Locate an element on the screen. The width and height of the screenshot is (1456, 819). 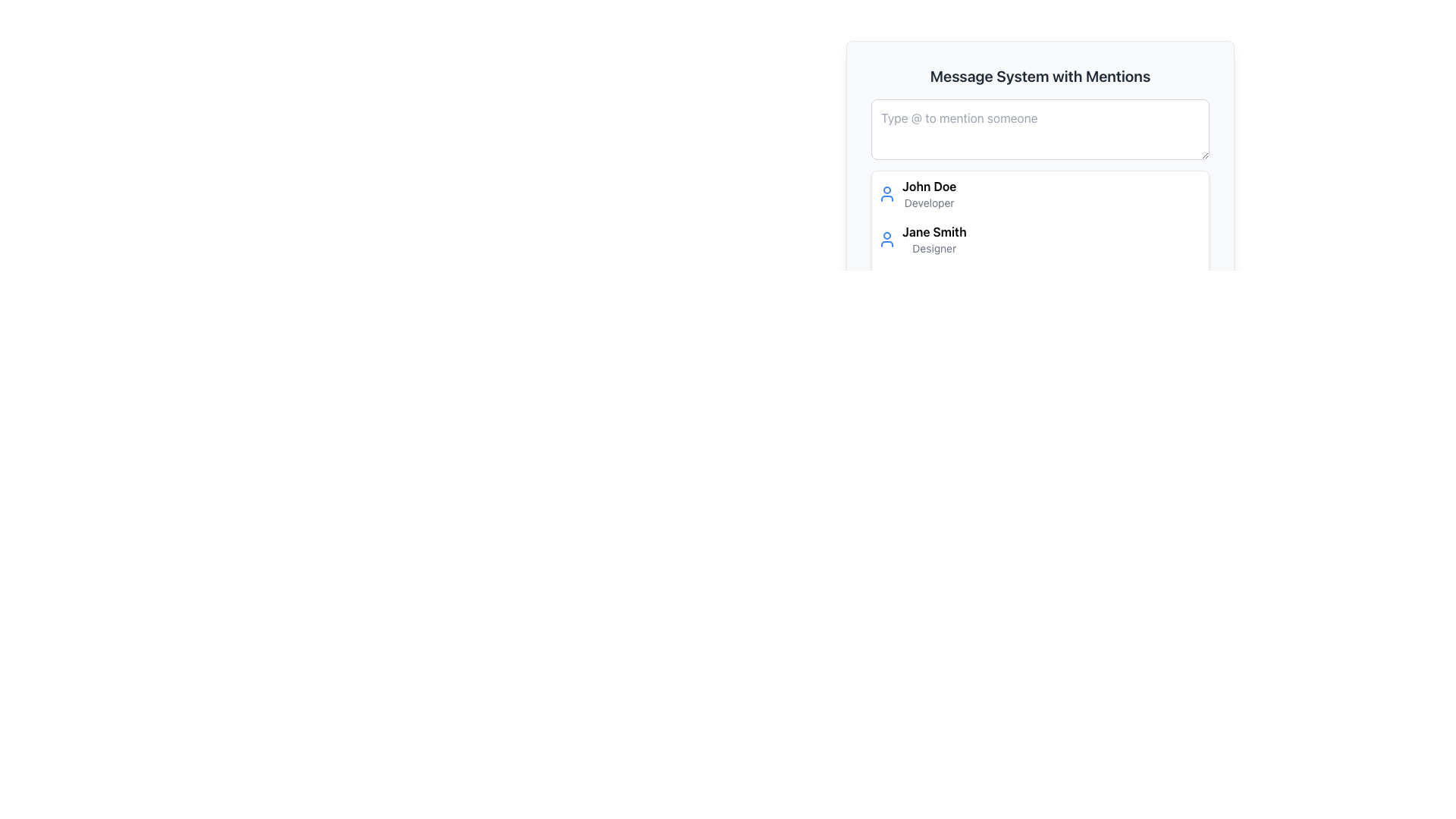
the Text Label displaying 'John Doe' in bold font, which is positioned above the descriptive text 'Developer' in the right panel of the interface is located at coordinates (928, 186).